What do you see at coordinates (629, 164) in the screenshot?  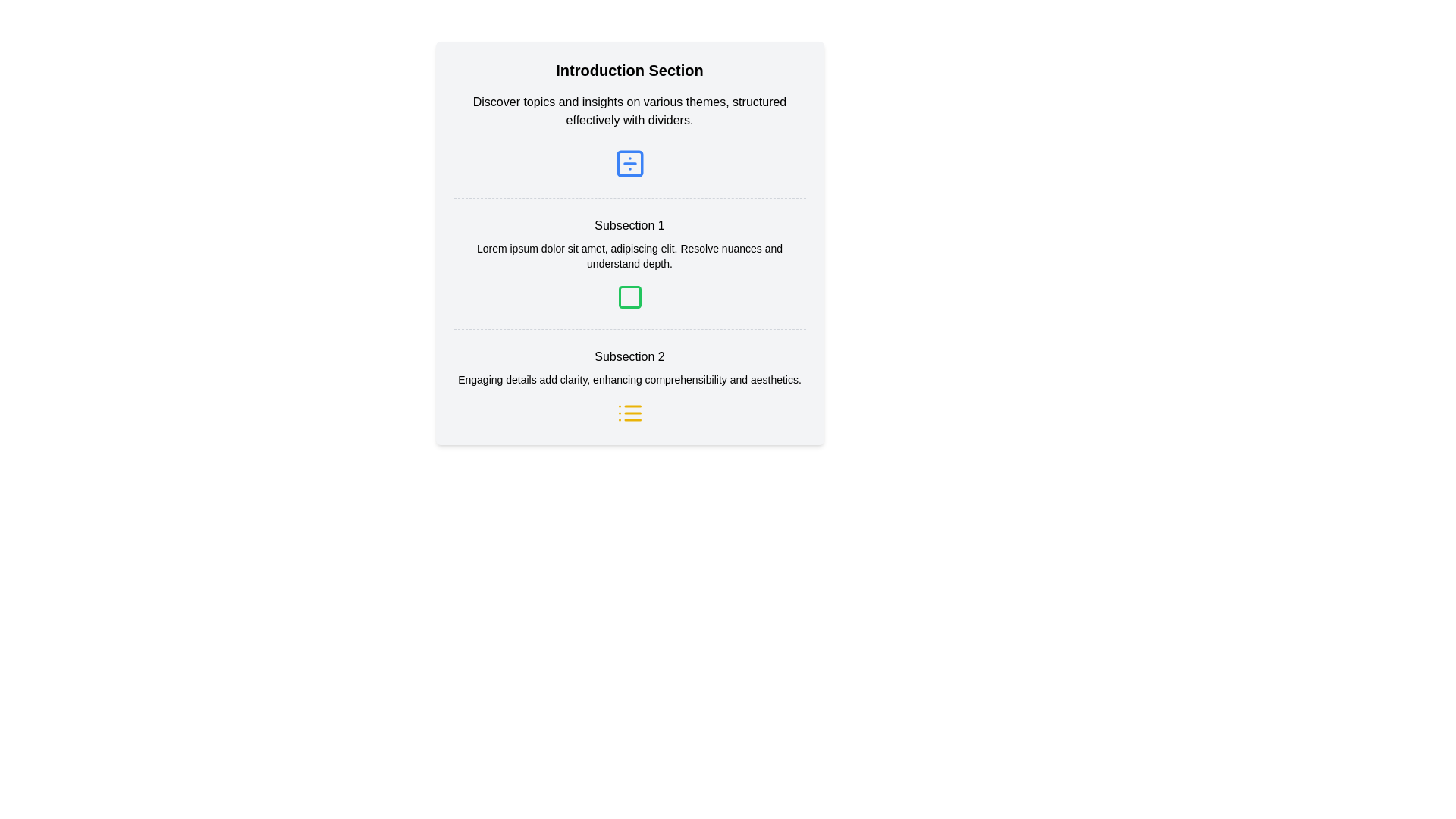 I see `the square-shaped icon with a dividing cross design located in the 'Introduction Section' between the section title and the description text` at bounding box center [629, 164].